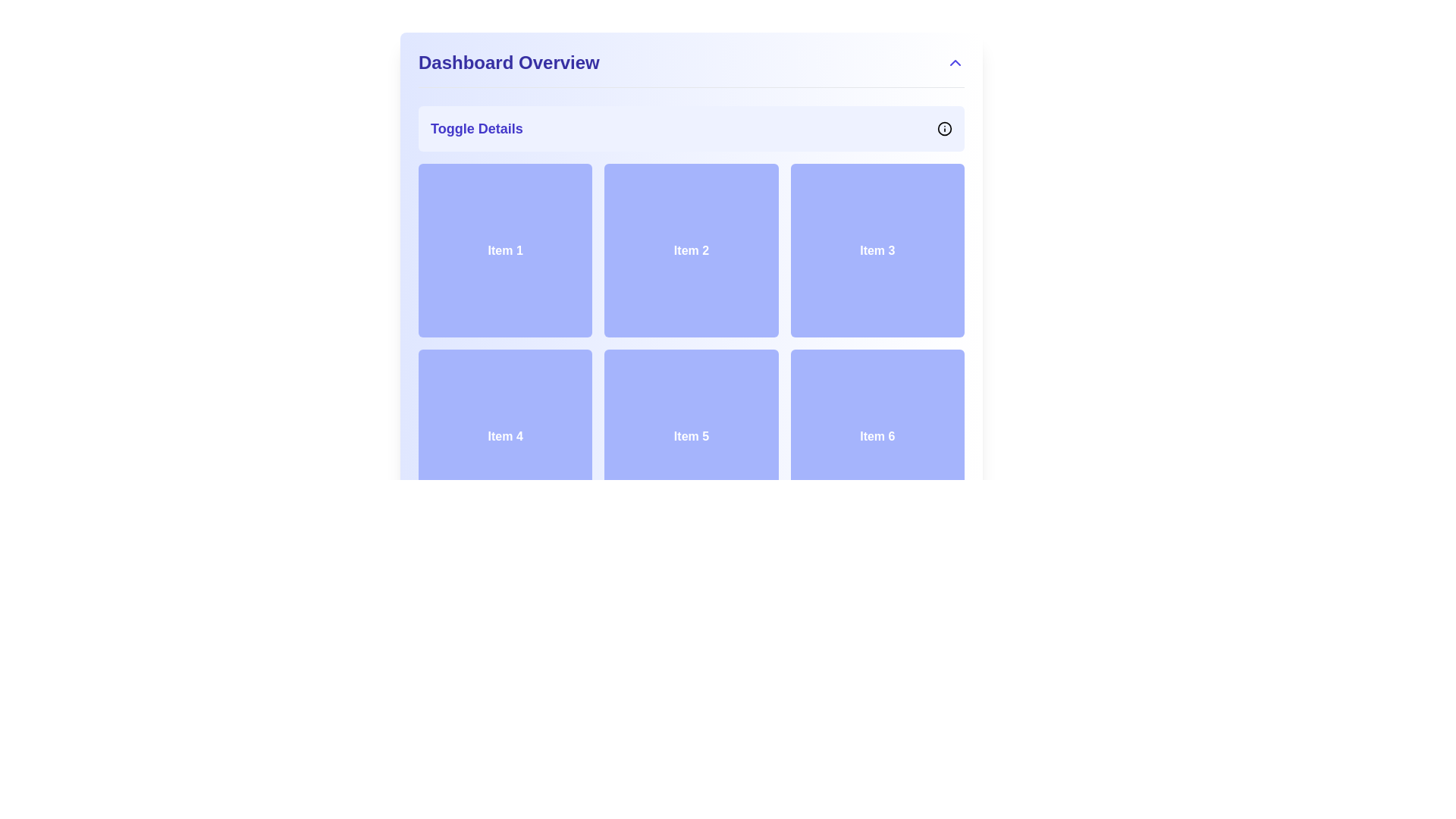 The height and width of the screenshot is (819, 1456). What do you see at coordinates (691, 436) in the screenshot?
I see `the labeled square component located in the second row, middle column of the grid, which is the fifth item in the sequence` at bounding box center [691, 436].